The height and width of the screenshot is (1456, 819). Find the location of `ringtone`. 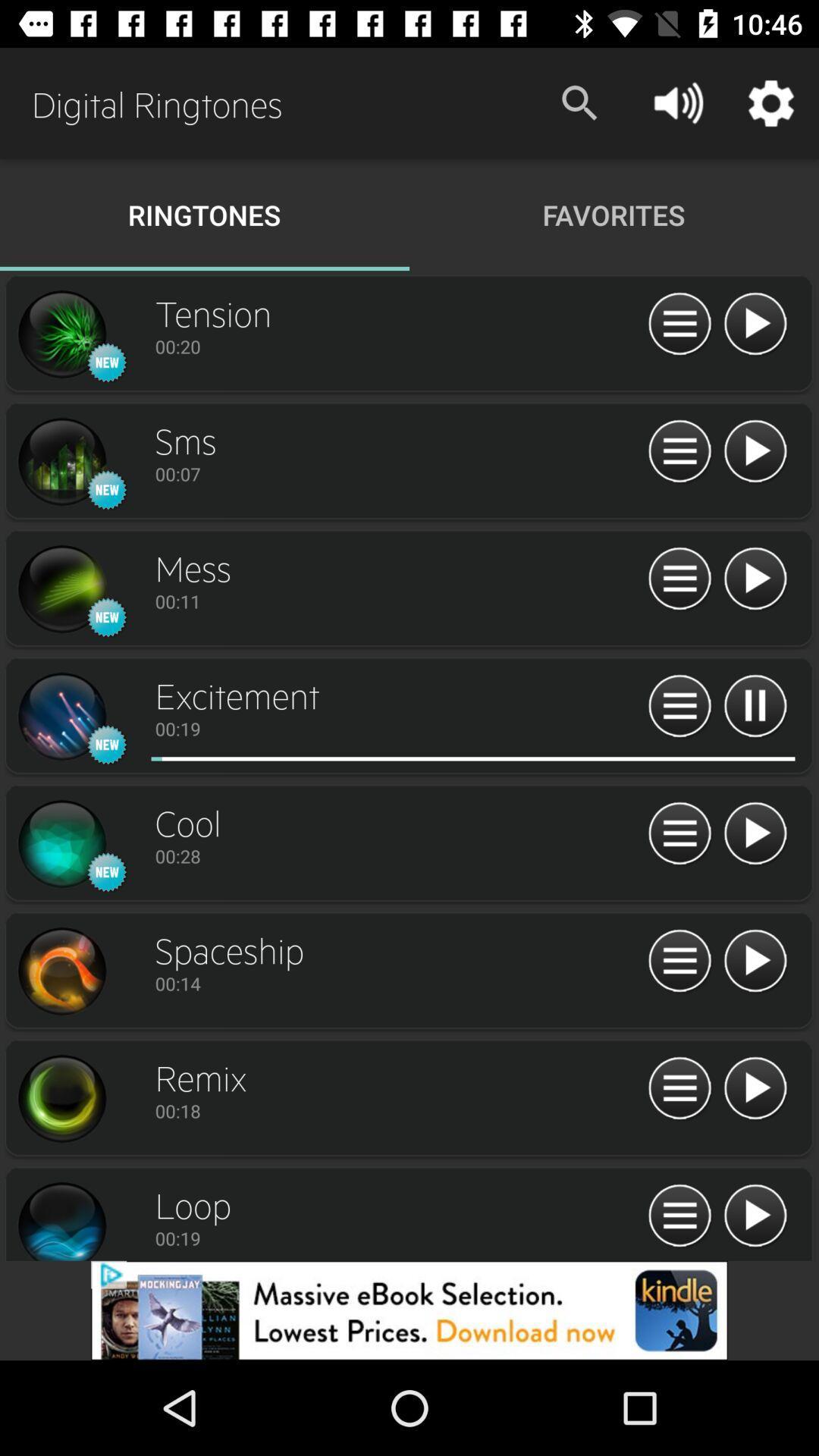

ringtone is located at coordinates (755, 324).